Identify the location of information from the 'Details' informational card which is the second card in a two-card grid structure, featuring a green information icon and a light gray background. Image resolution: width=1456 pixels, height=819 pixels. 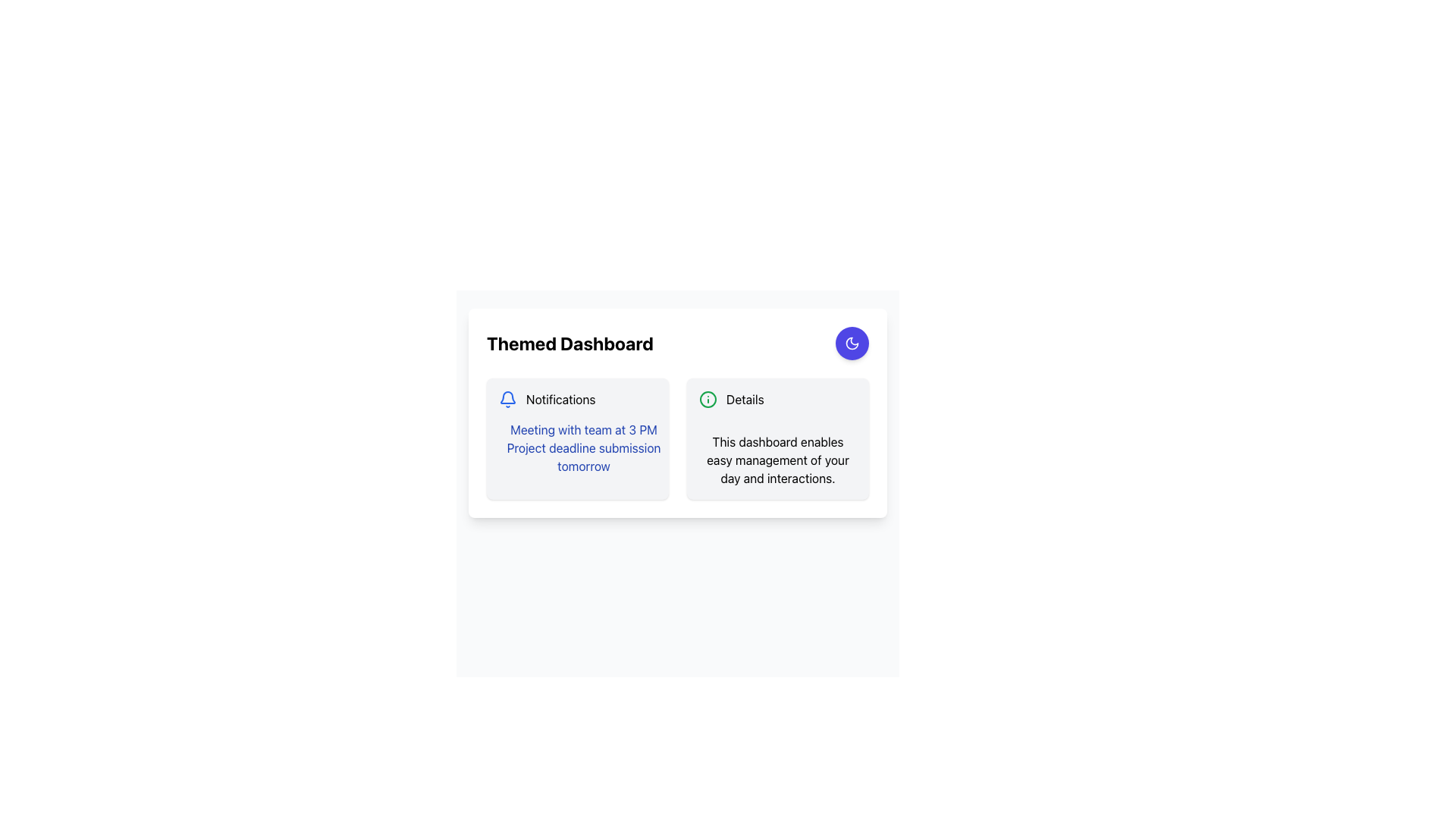
(778, 438).